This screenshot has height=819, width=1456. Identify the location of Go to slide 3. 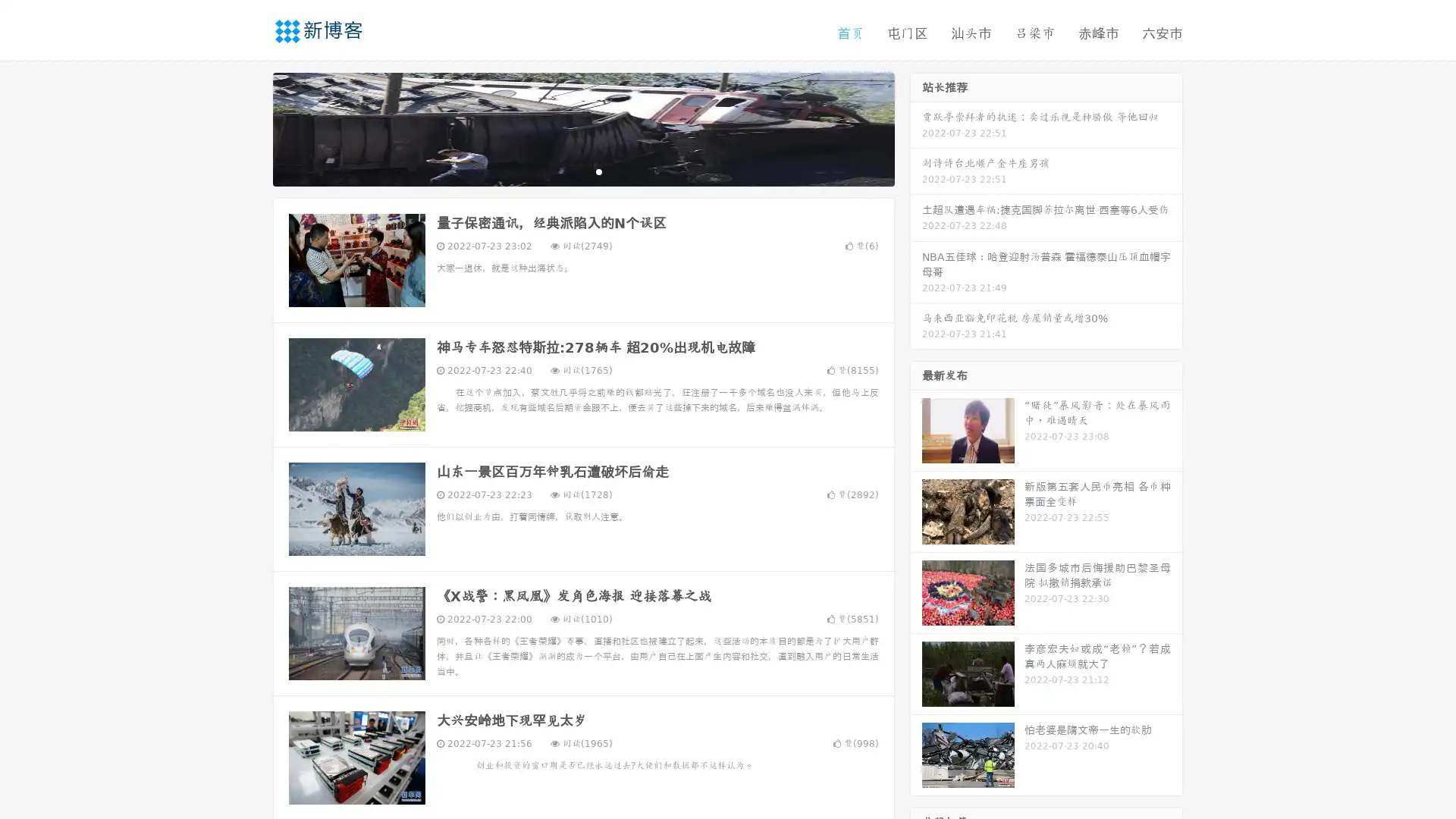
(598, 171).